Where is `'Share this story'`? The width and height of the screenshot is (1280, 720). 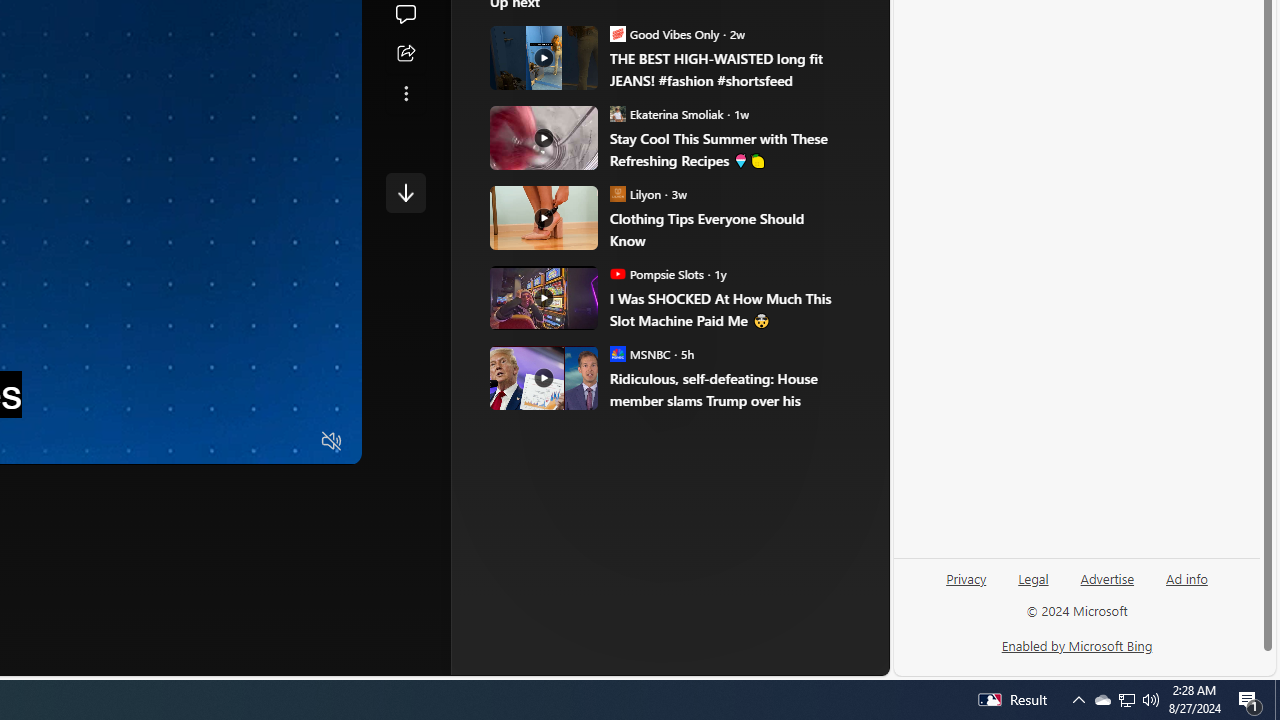
'Share this story' is located at coordinates (405, 53).